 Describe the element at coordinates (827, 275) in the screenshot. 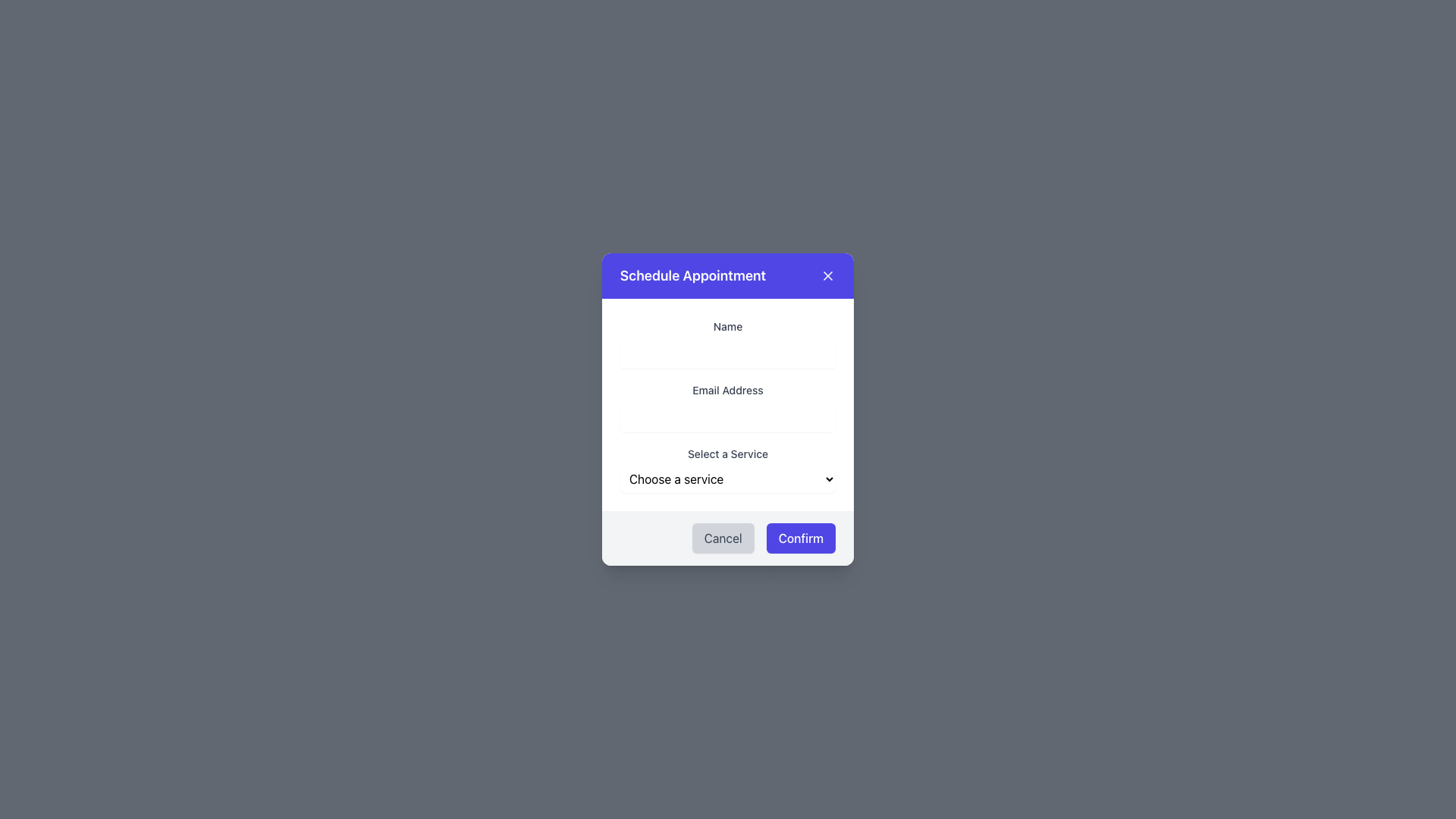

I see `the close button icon located in the top-right corner of the modal dialog box's header area, positioned to the right of 'Schedule Appointment.'` at that location.